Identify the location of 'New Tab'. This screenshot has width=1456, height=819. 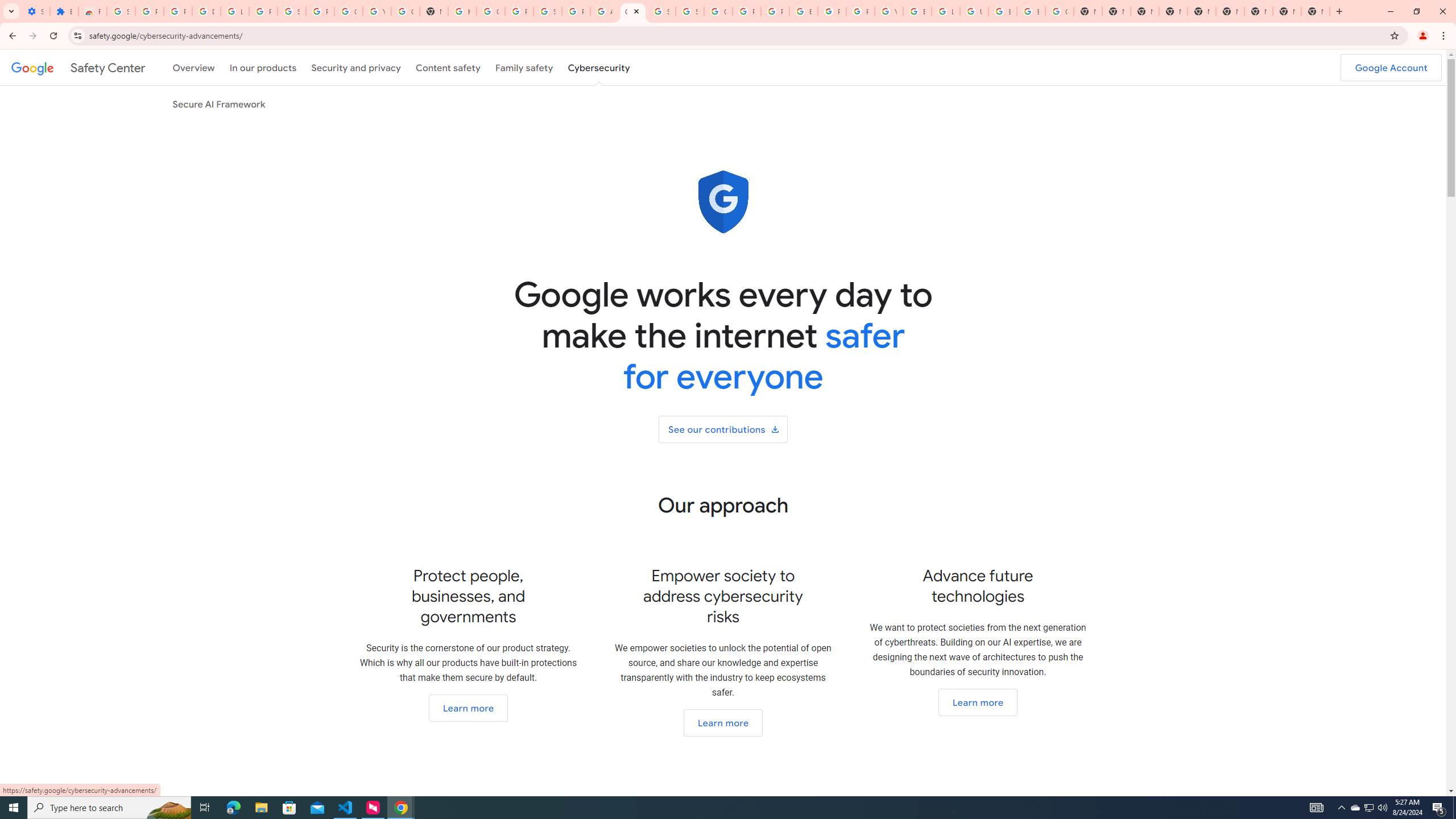
(1314, 11).